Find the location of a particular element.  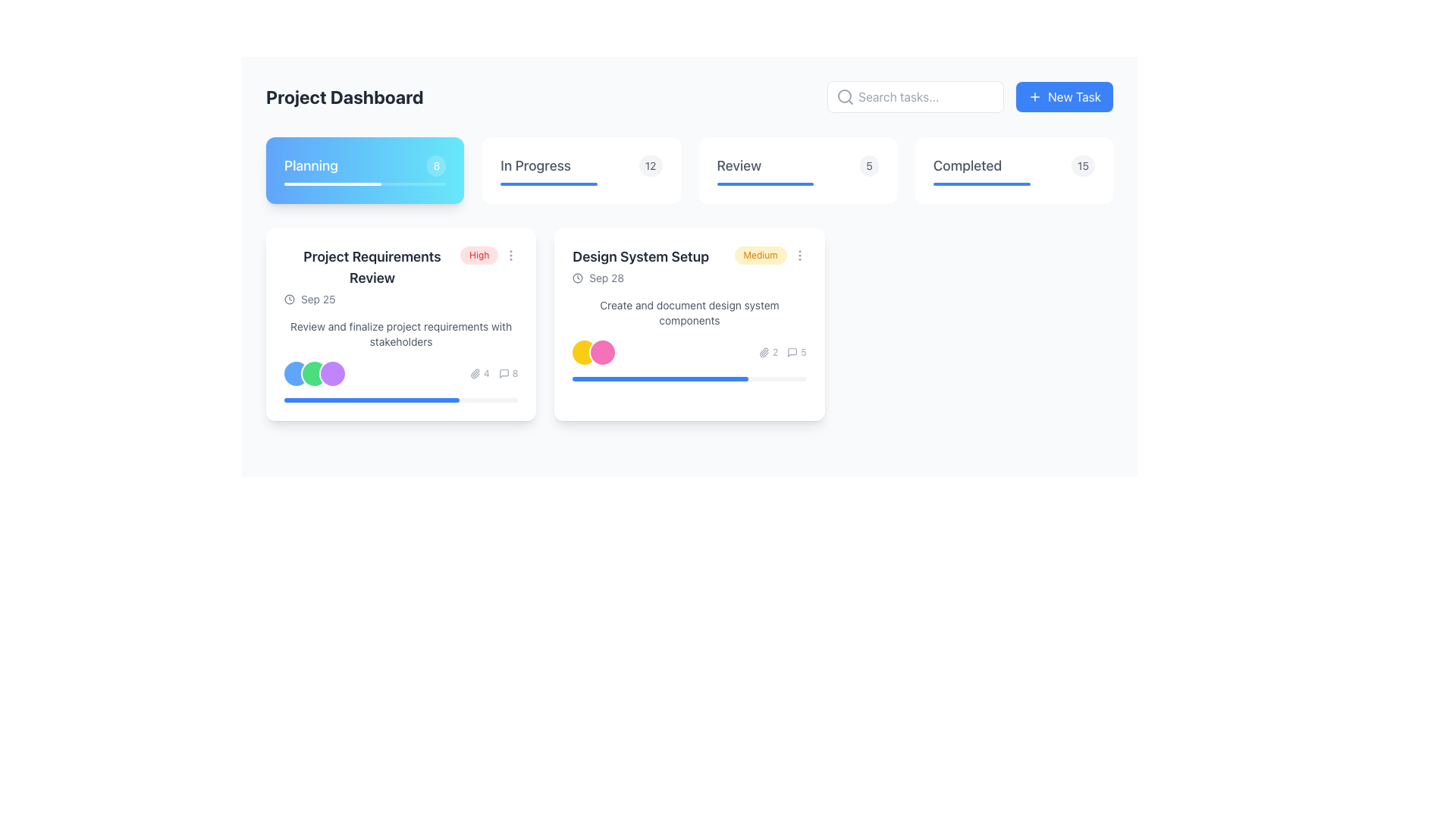

the progress bar located at the bottom of the 'Project Requirements Review' card under the 'Planning' section to visually indicate the completion percentage of a task is located at coordinates (401, 400).